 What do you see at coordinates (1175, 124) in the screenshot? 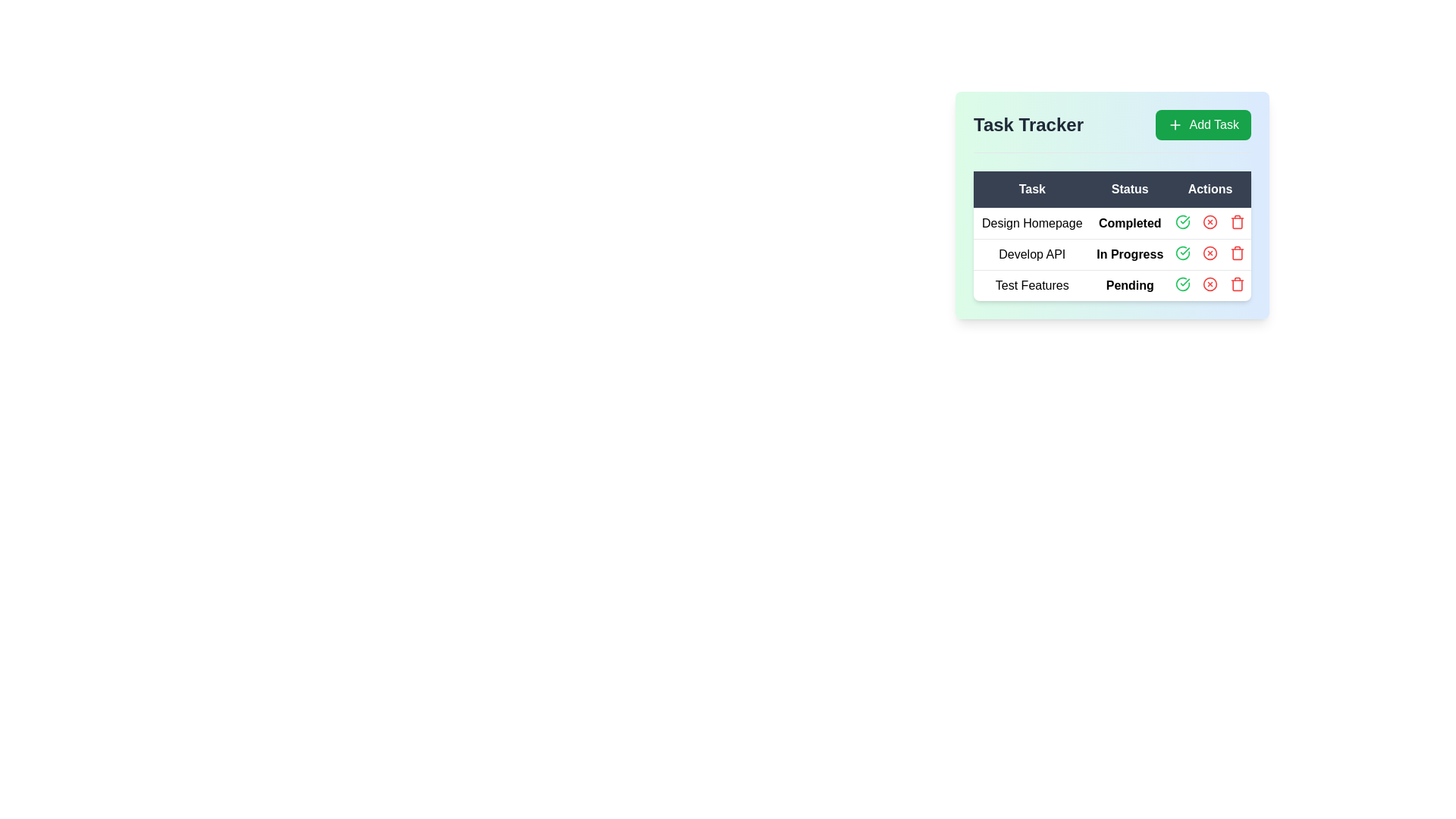
I see `the 'Add' icon inside the green 'Add Task' button located at the top-right corner of the task tracker interface to initiate the add task action` at bounding box center [1175, 124].